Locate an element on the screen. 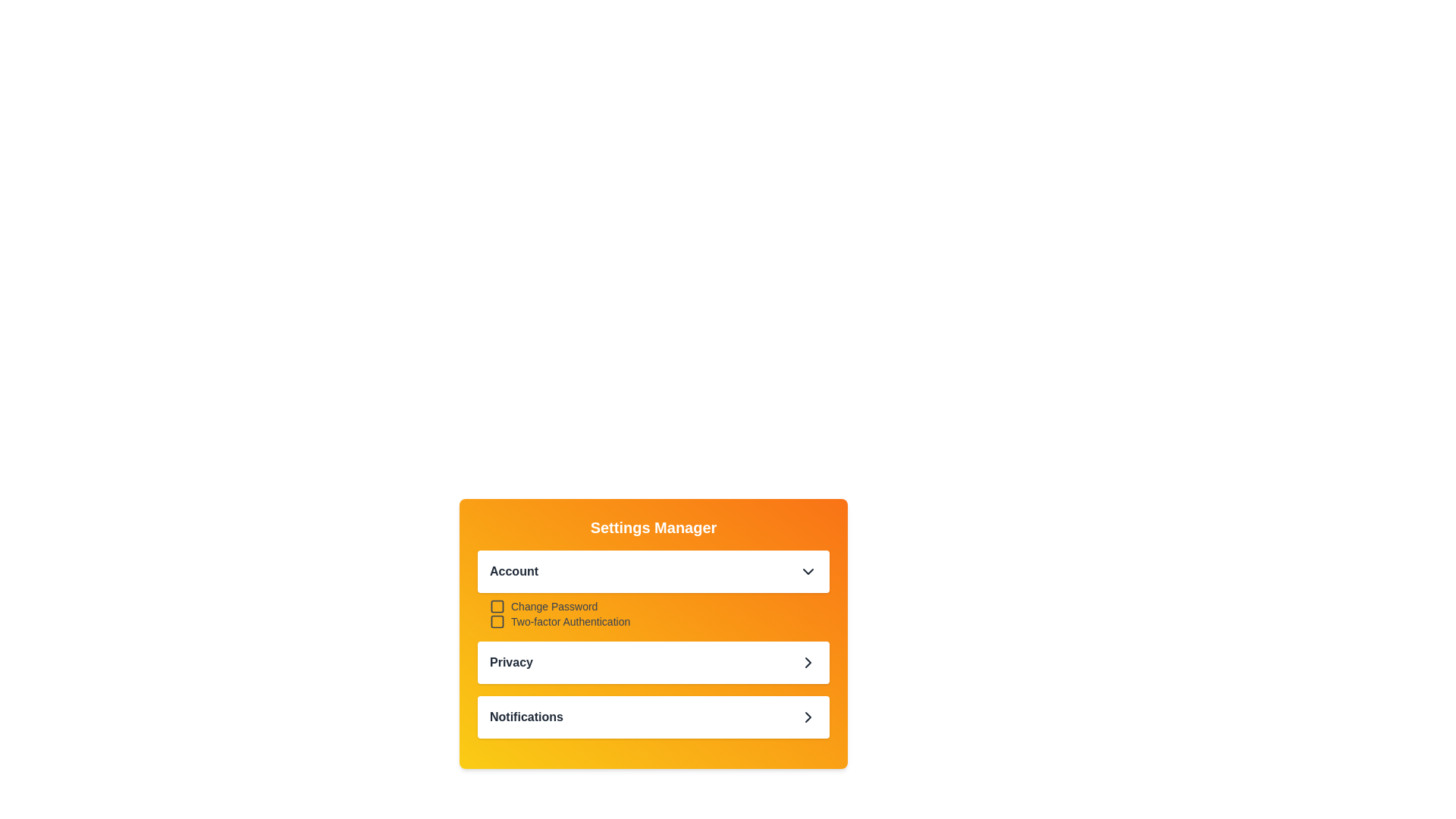 This screenshot has height=819, width=1456. the 'Account' button located at the top of the settings options list under 'Settings Manager' is located at coordinates (654, 571).